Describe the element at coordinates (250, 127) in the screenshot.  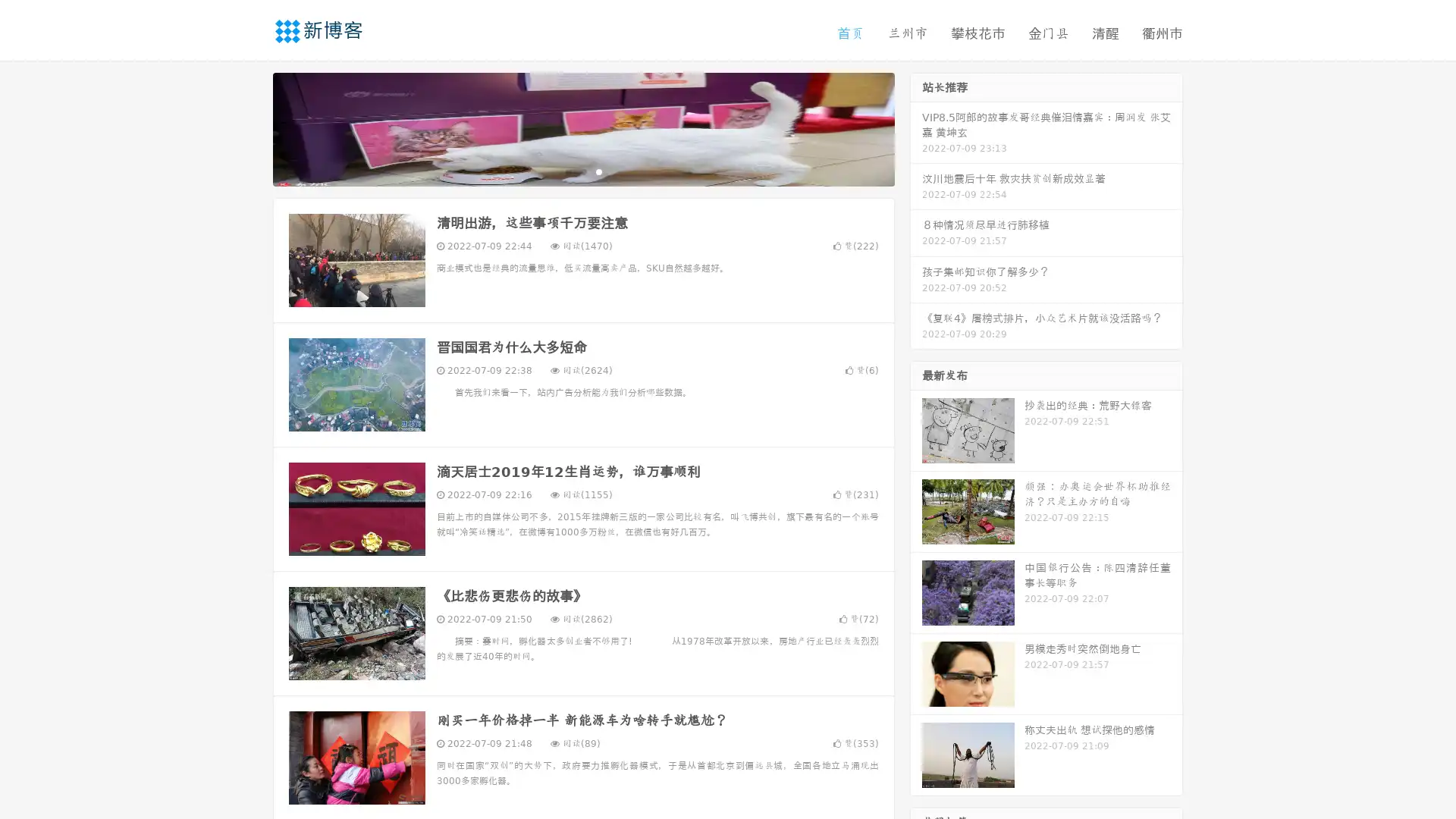
I see `Previous slide` at that location.